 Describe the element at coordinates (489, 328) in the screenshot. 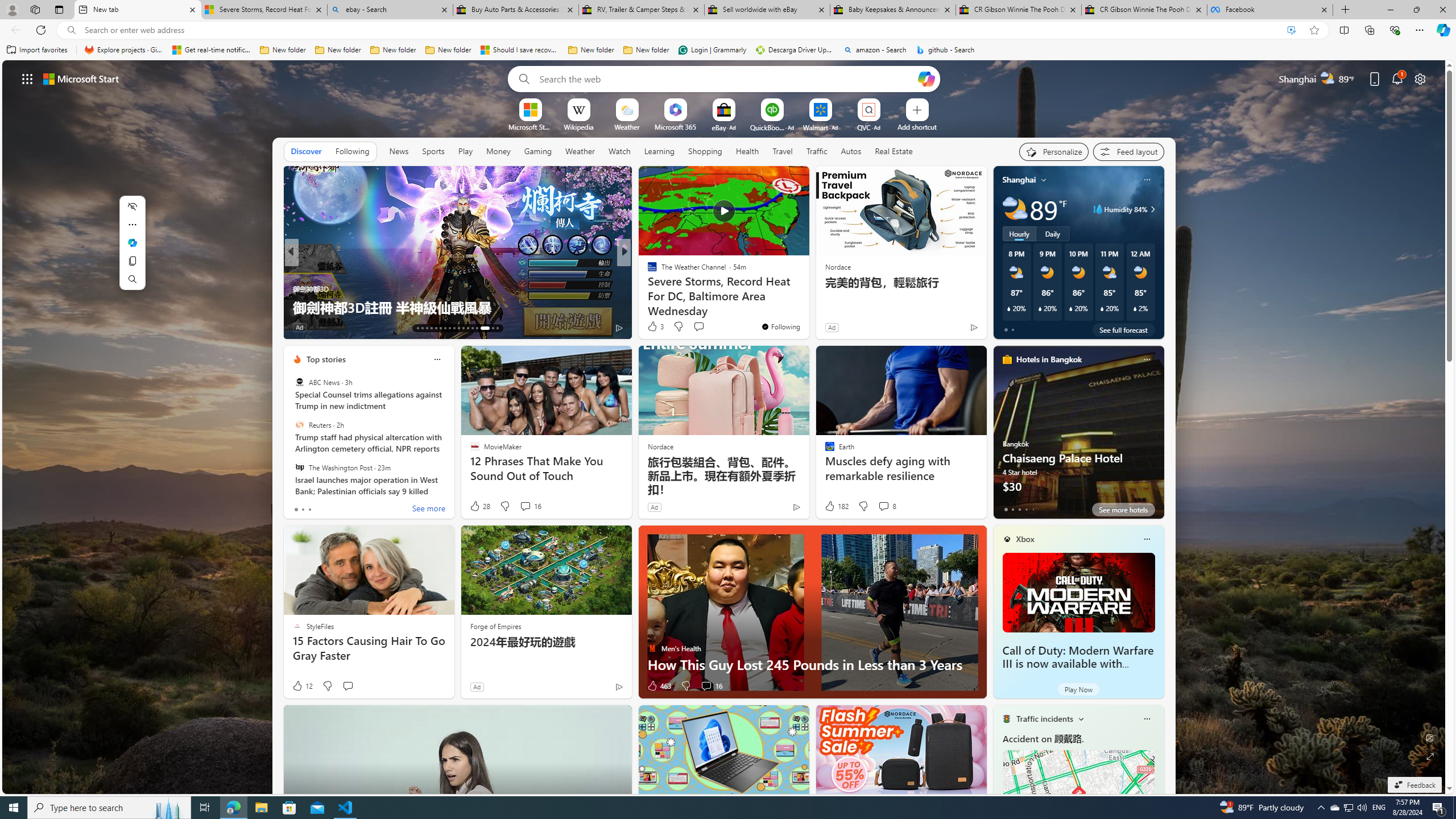

I see `'AutomationID: tab-28'` at that location.